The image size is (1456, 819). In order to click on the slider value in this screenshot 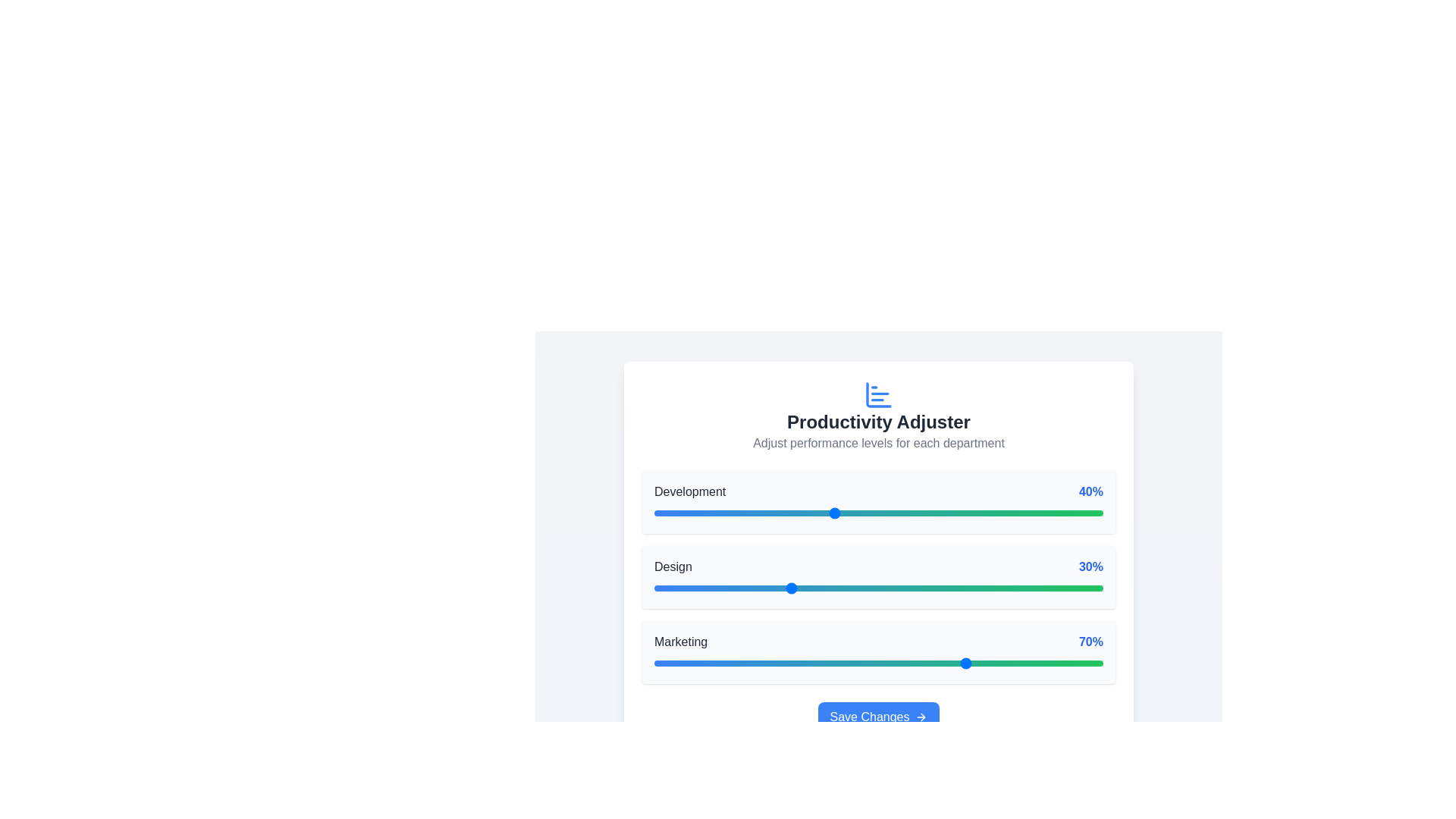, I will do `click(744, 513)`.